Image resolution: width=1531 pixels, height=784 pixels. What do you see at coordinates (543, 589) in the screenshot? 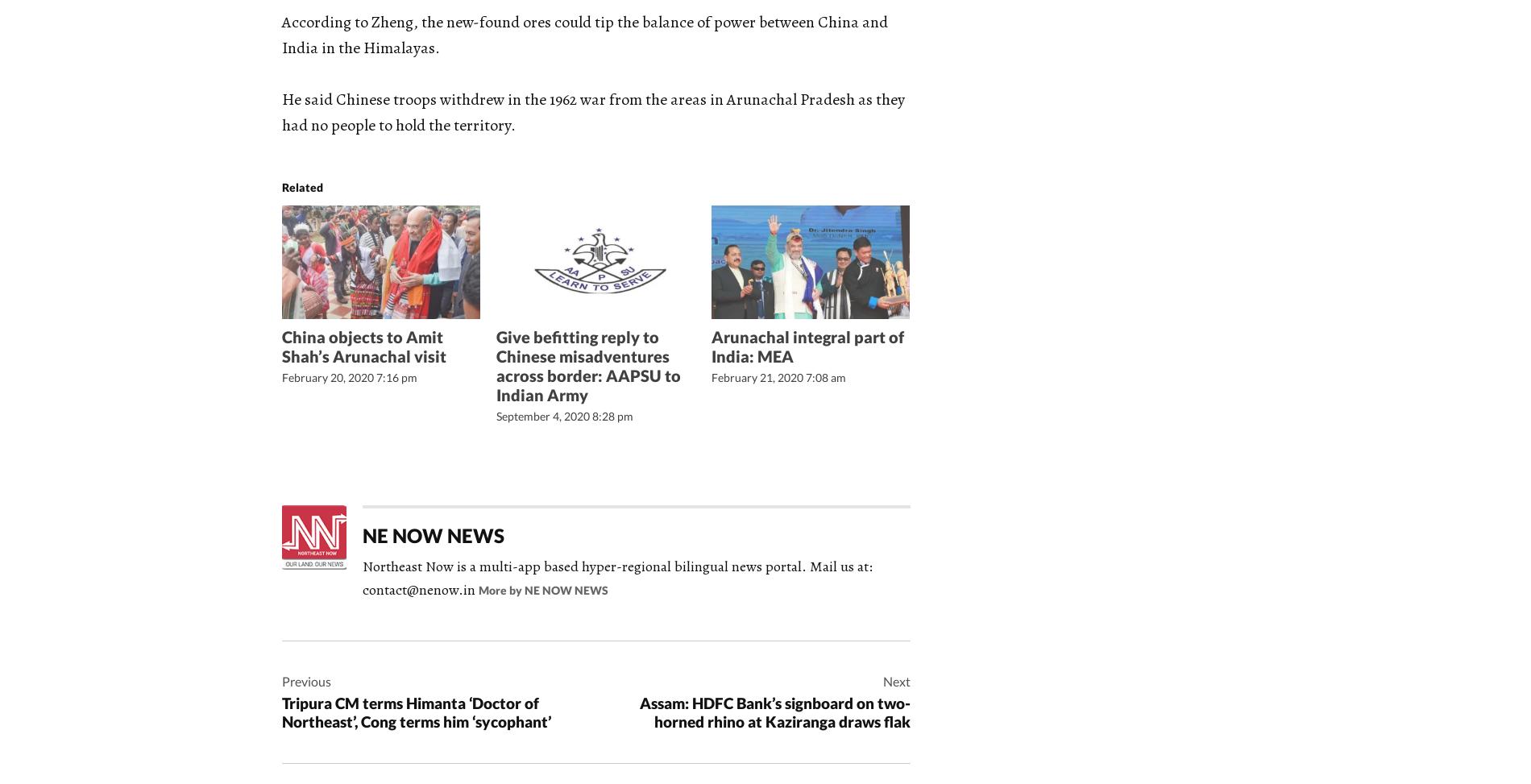
I see `'More by NE NOW NEWS'` at bounding box center [543, 589].